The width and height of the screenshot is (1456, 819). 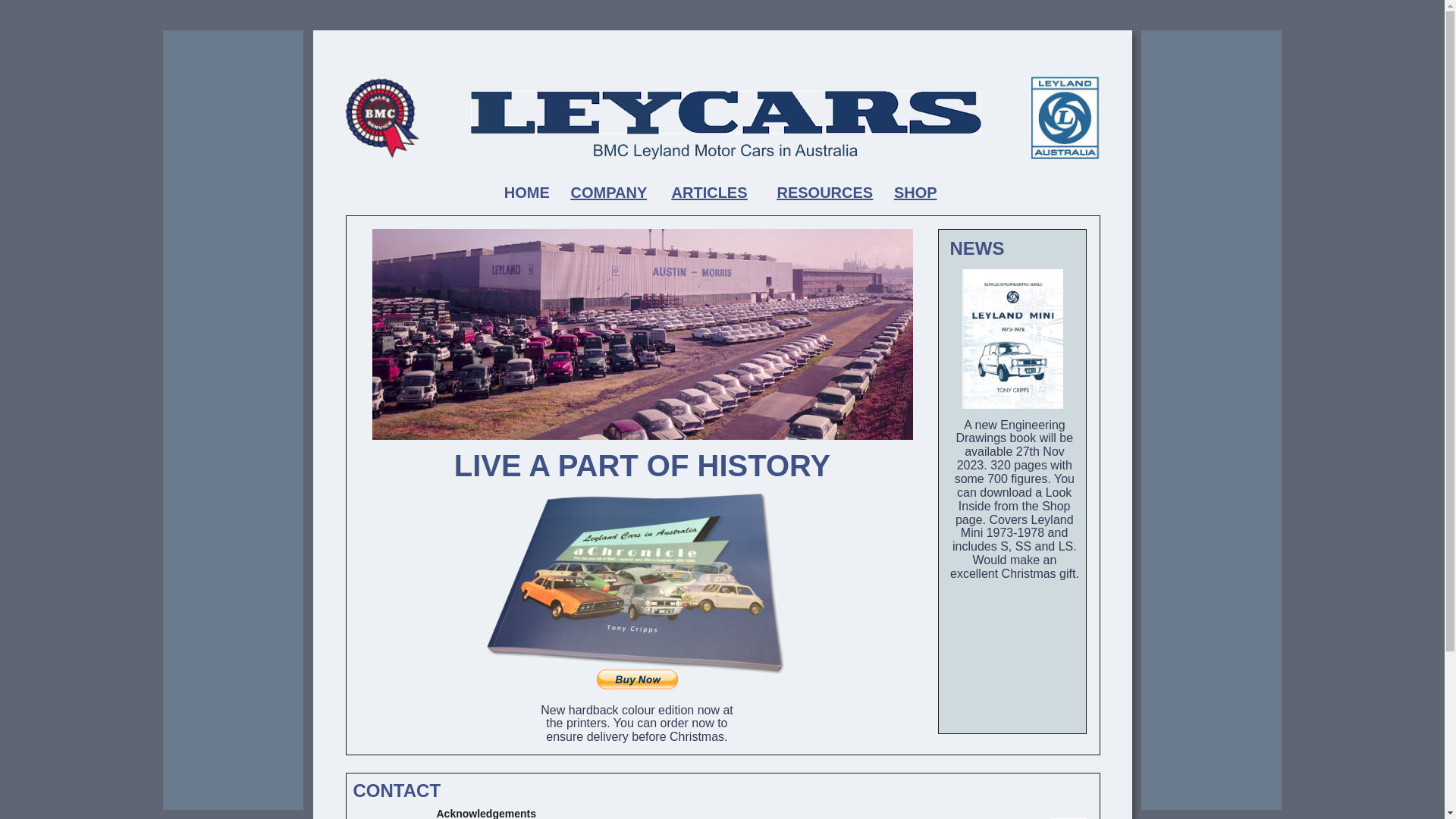 What do you see at coordinates (608, 192) in the screenshot?
I see `'COMPANY'` at bounding box center [608, 192].